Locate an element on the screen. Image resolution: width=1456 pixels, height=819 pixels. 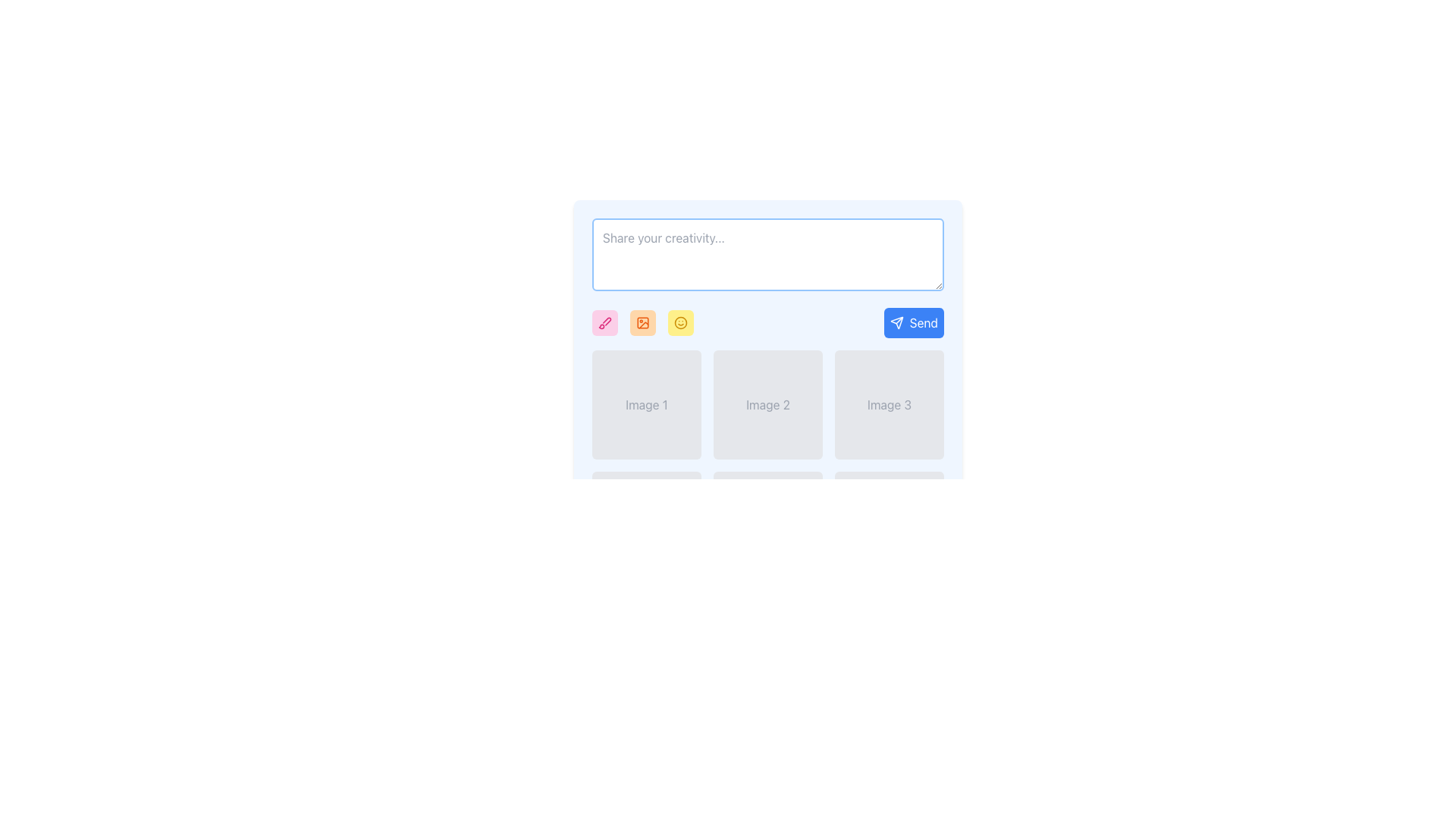
the image placeholder located centrally in the top row of the grid layout, between 'Image 1' and 'Image 3' is located at coordinates (767, 403).